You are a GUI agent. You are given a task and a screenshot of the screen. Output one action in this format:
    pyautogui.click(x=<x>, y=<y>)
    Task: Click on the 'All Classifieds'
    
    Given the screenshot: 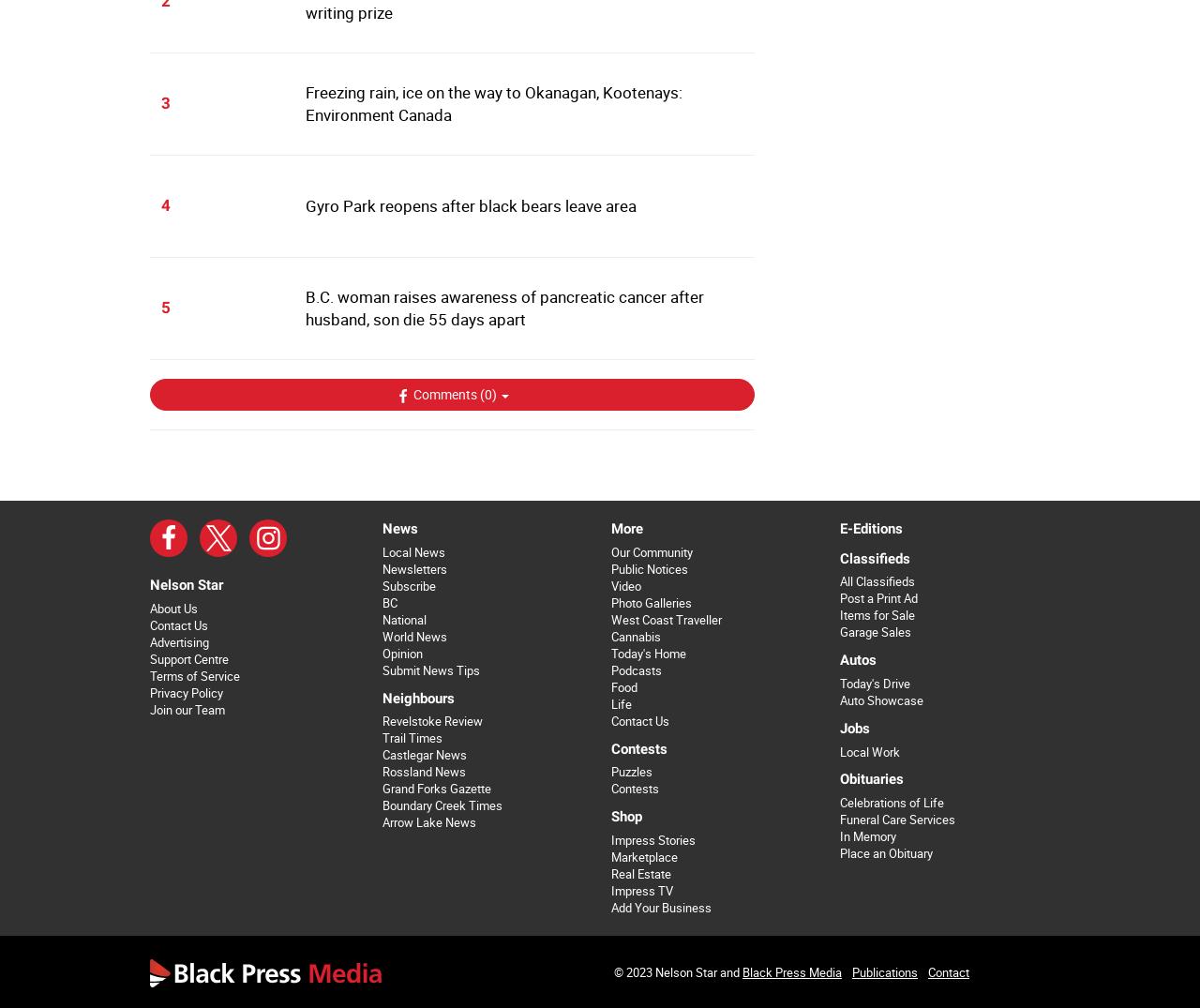 What is the action you would take?
    pyautogui.click(x=876, y=580)
    